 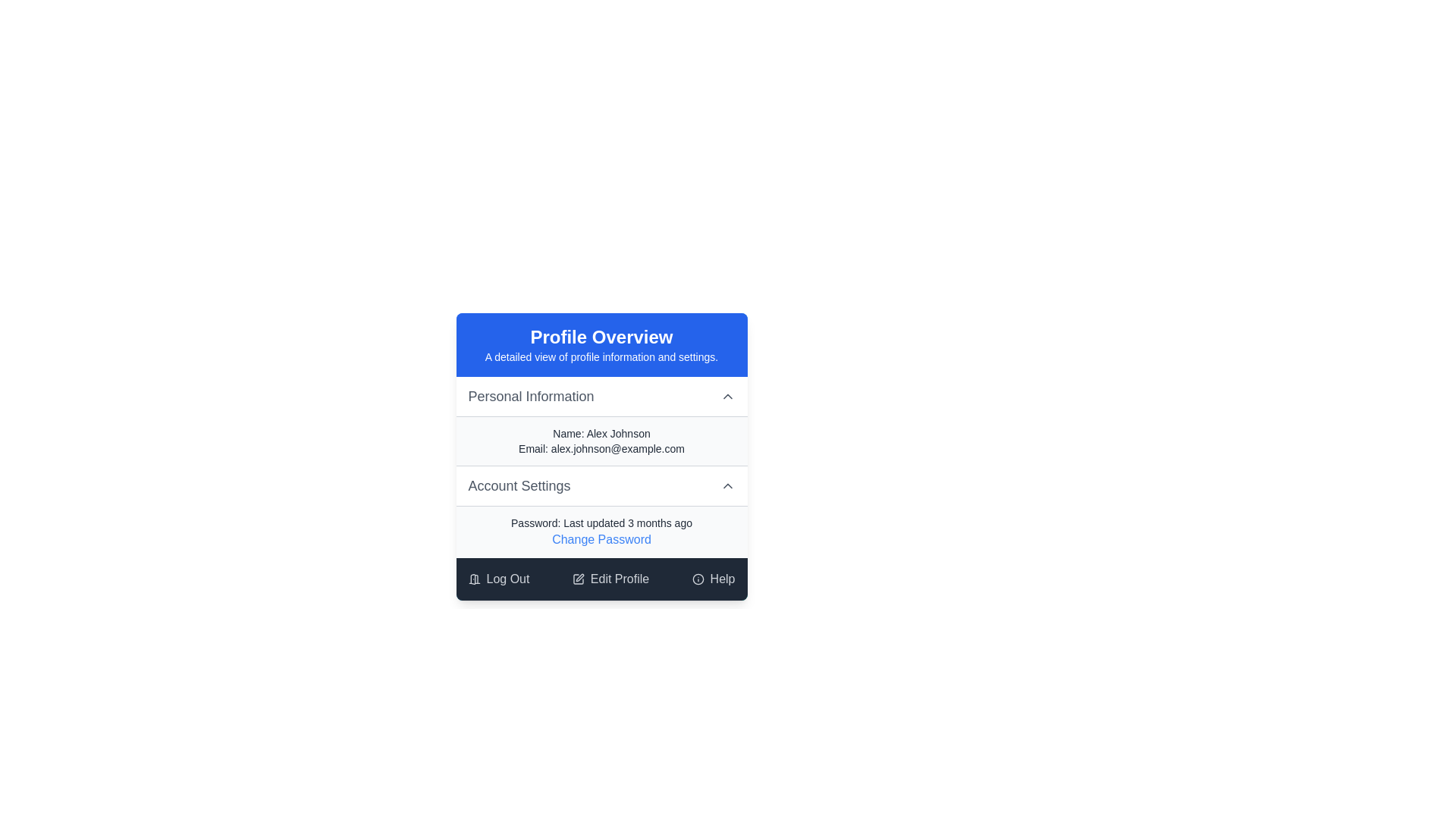 I want to click on text content of the Text Label displaying 'Name: Alex Johnson' and 'Email: alex.johnson@example.com' located under the 'Personal Information' section in the 'Profile Overview' interface, so click(x=601, y=441).